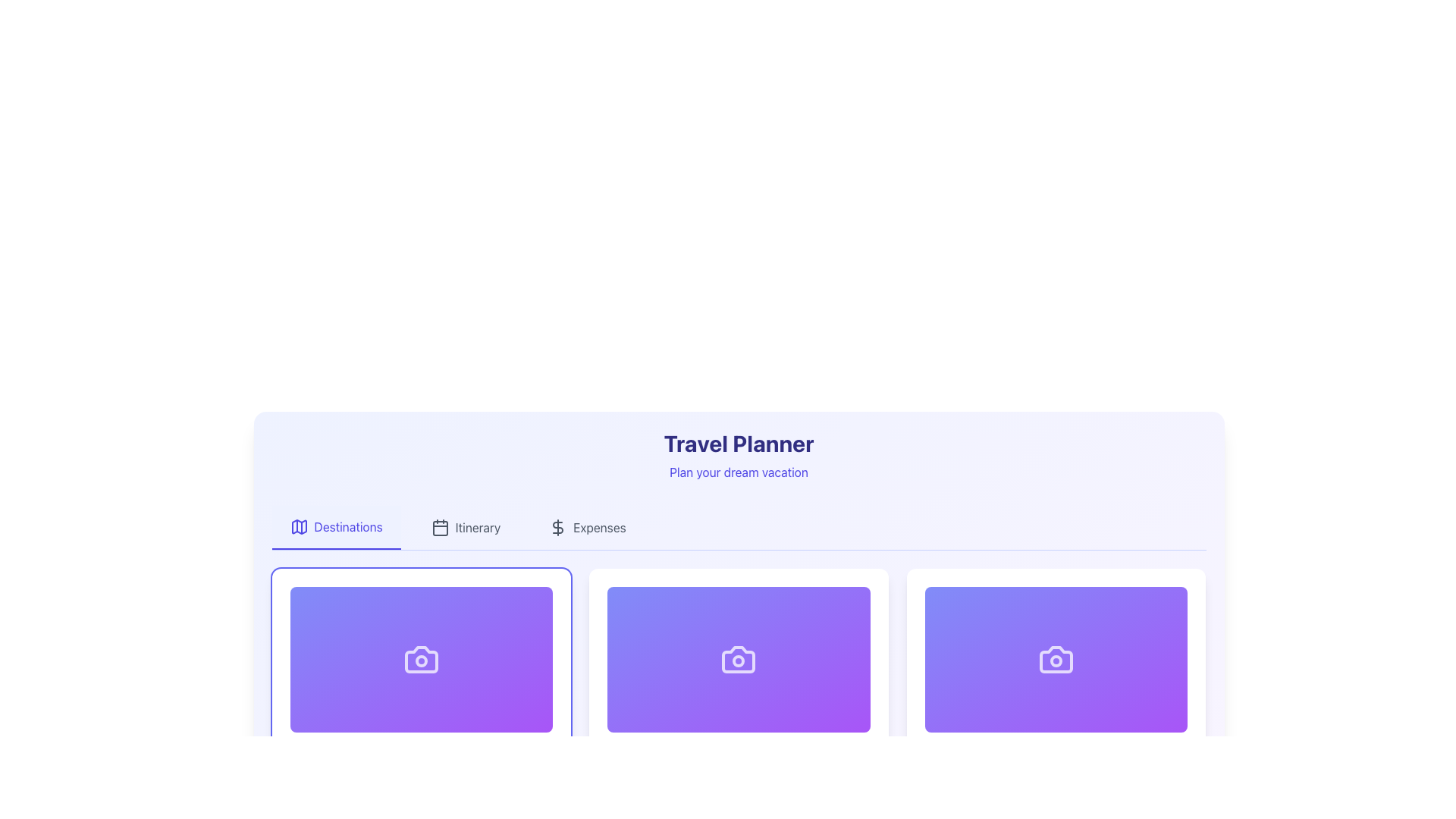 The height and width of the screenshot is (819, 1456). Describe the element at coordinates (739, 472) in the screenshot. I see `the non-interactive subtitle text element located below the 'Travel Planner' section, which serves as a descriptive text` at that location.